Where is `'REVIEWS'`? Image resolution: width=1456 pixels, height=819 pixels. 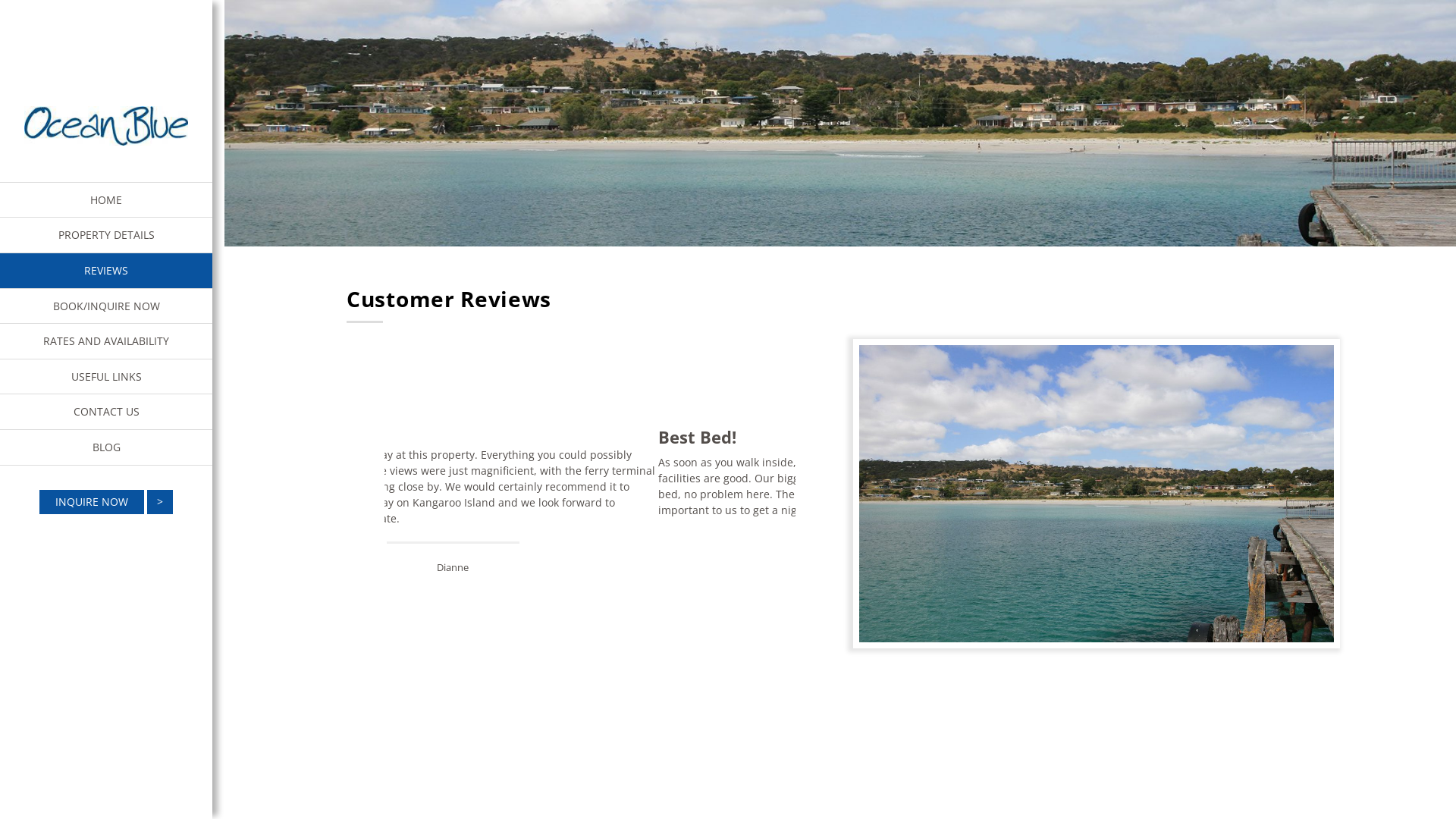
'REVIEWS' is located at coordinates (105, 270).